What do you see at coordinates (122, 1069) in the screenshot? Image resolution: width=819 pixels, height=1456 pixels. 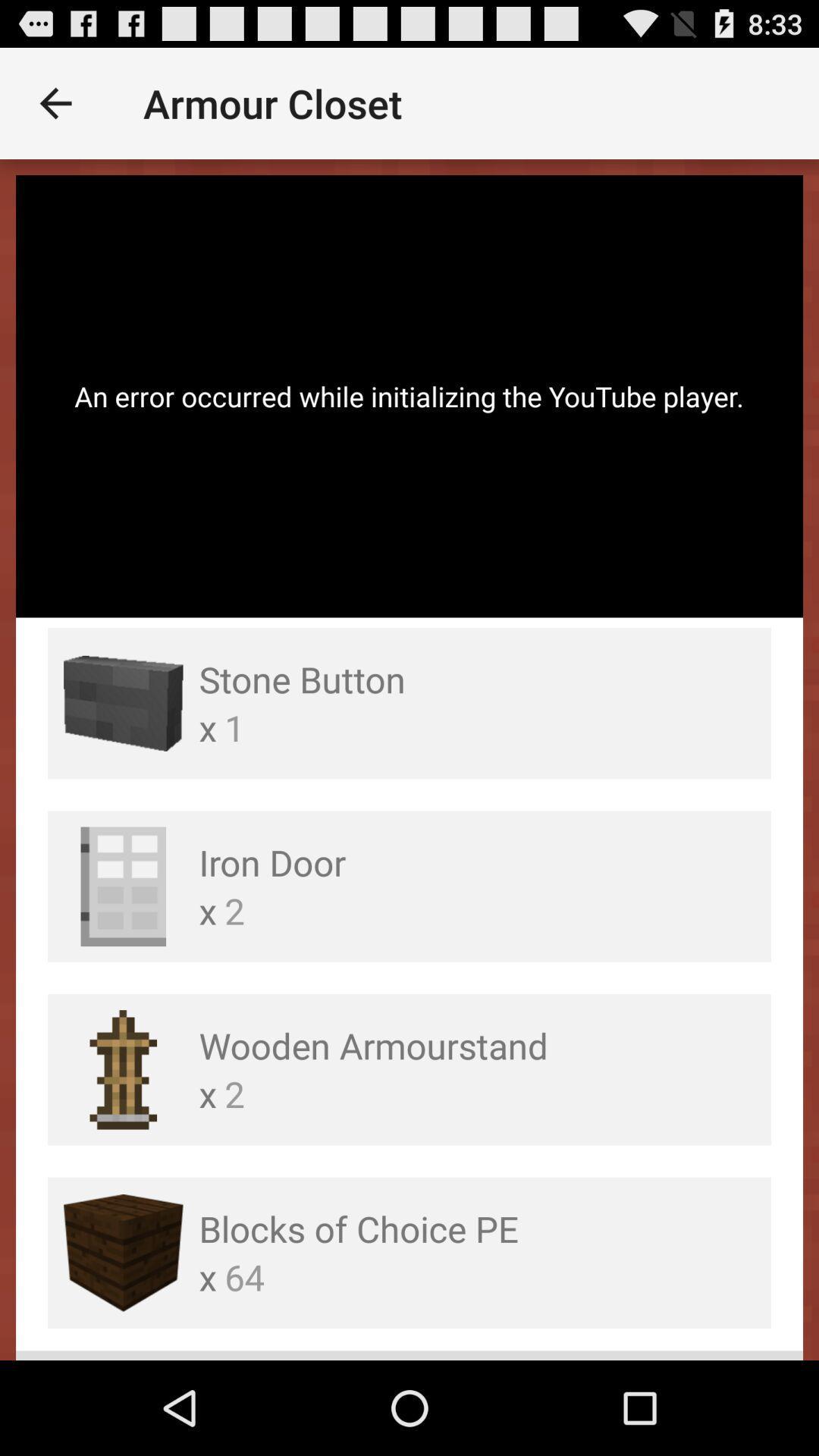 I see `the image left to the wooden armourstand` at bounding box center [122, 1069].